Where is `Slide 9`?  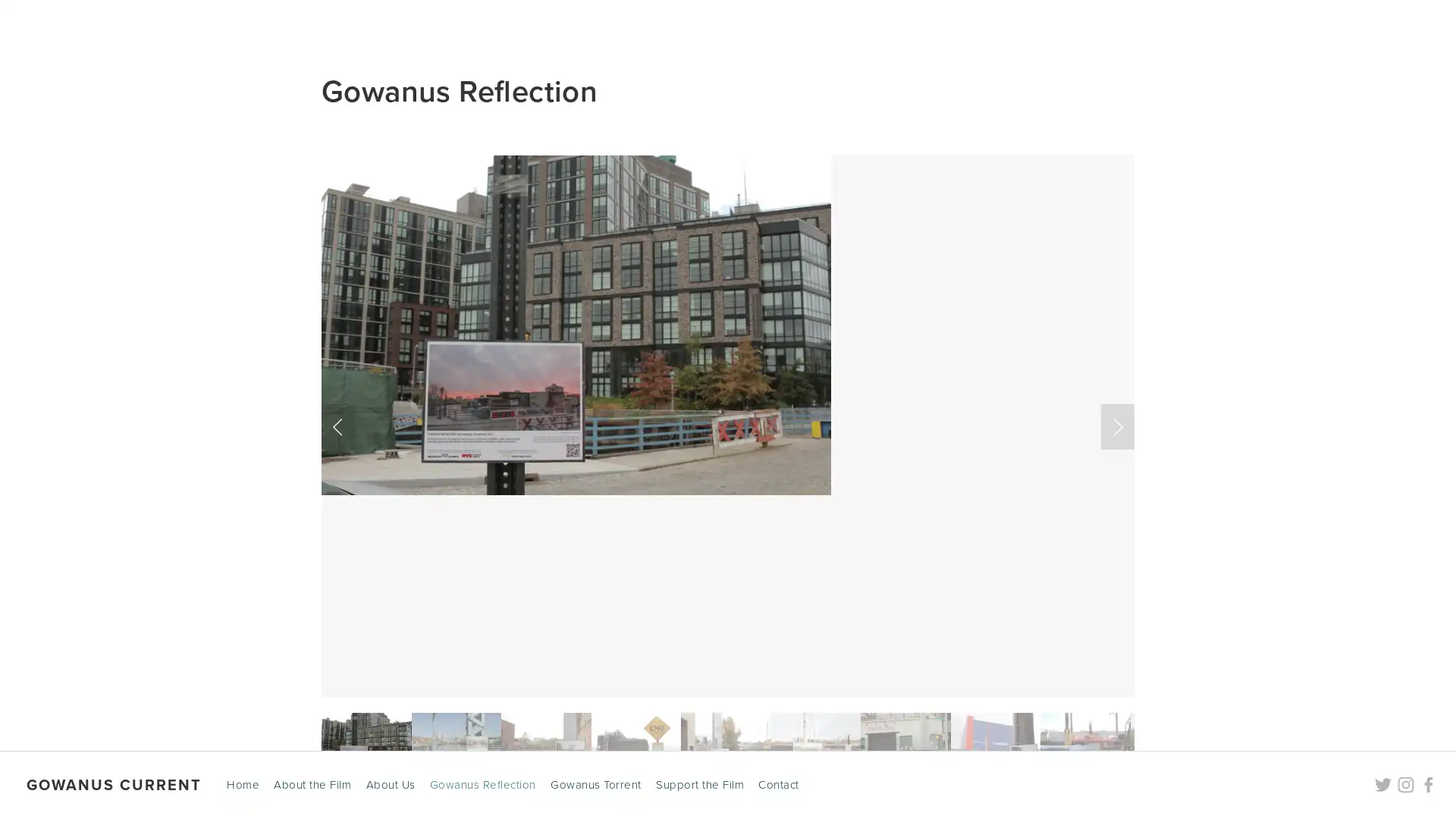
Slide 9 is located at coordinates (1084, 741).